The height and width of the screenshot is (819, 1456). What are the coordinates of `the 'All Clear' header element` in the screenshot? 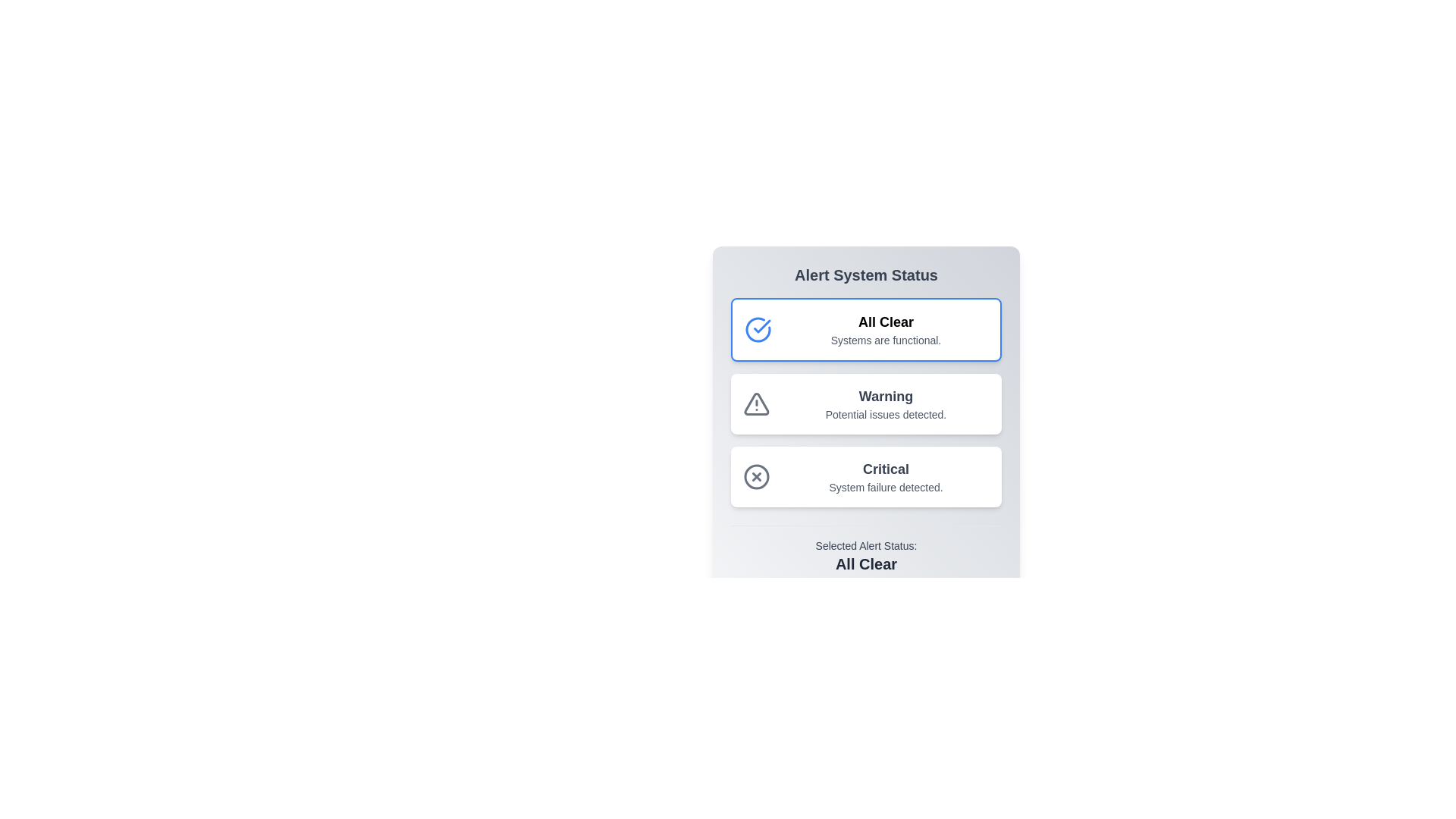 It's located at (886, 321).